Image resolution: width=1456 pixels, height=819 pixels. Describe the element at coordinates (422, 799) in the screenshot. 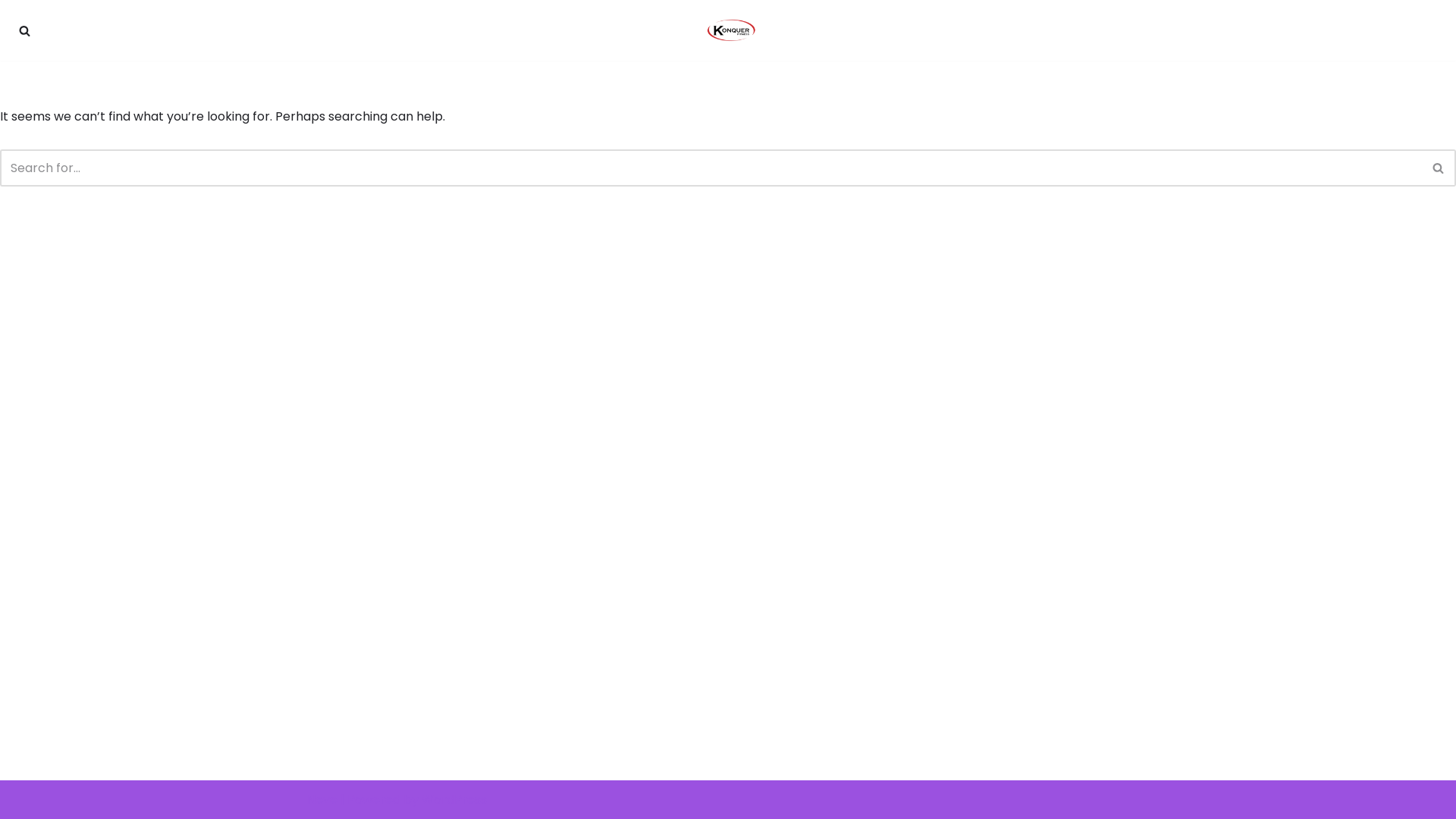

I see `'WordPress'` at that location.